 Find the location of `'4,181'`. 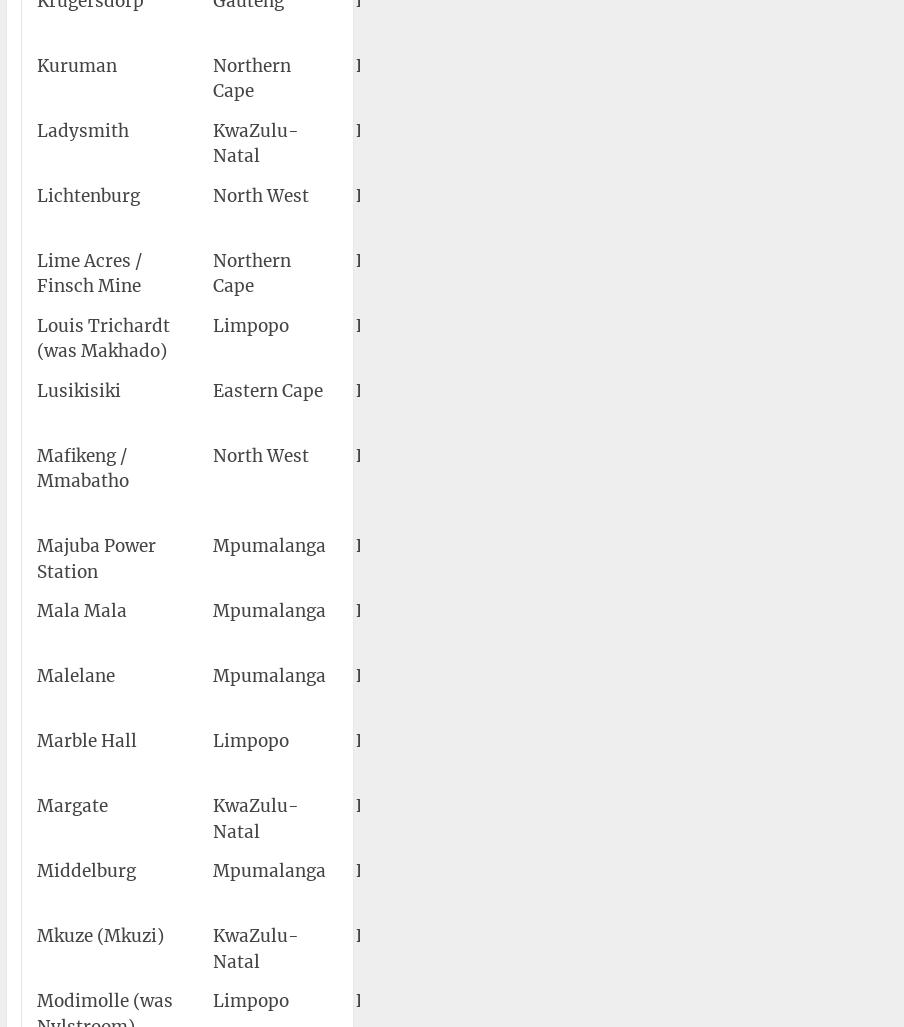

'4,181' is located at coordinates (858, 453).